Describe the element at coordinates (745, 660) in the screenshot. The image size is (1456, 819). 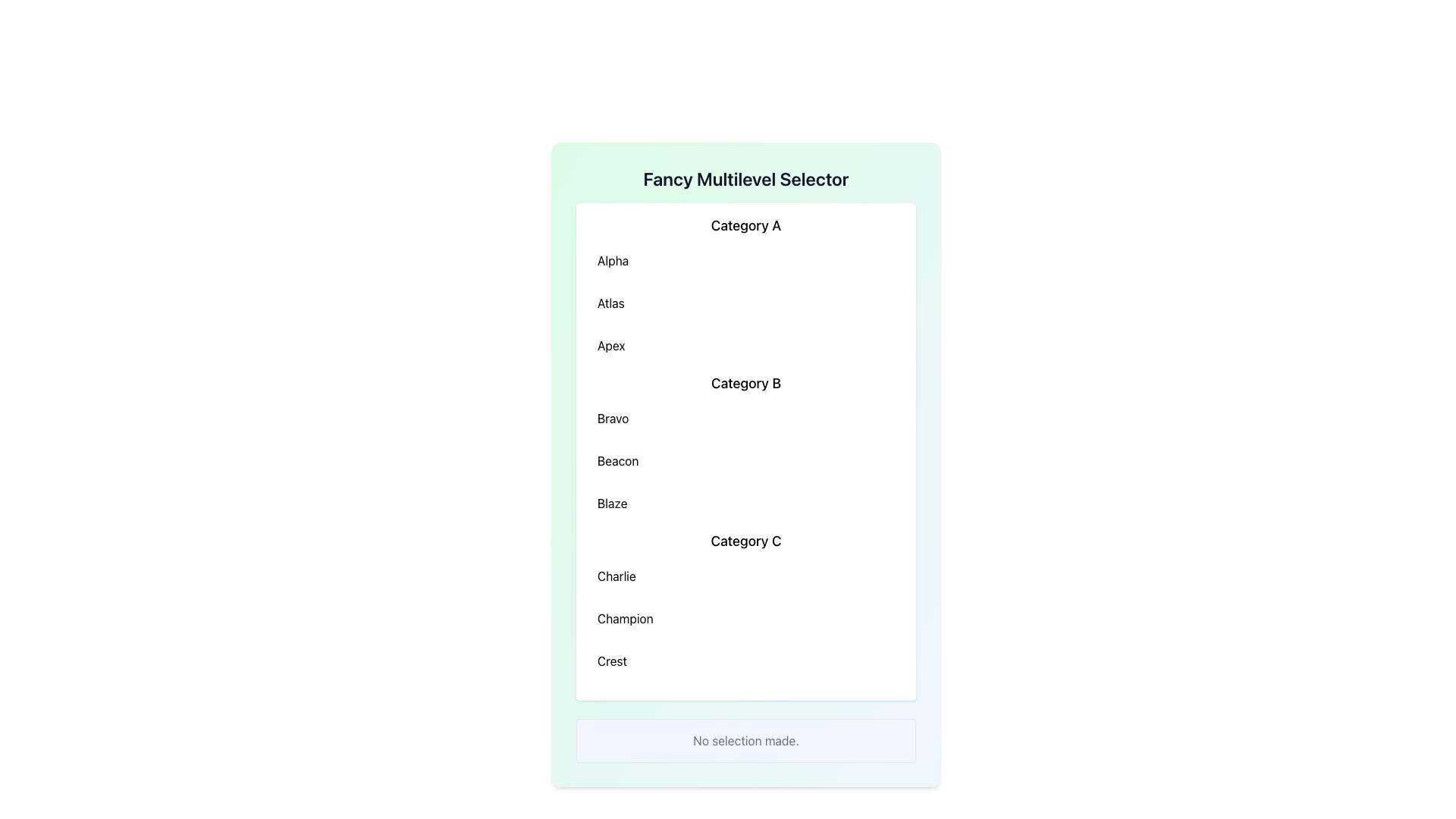
I see `the selectable list item displaying 'Crest' in bold font, which is the third option in the 'Category C' section` at that location.